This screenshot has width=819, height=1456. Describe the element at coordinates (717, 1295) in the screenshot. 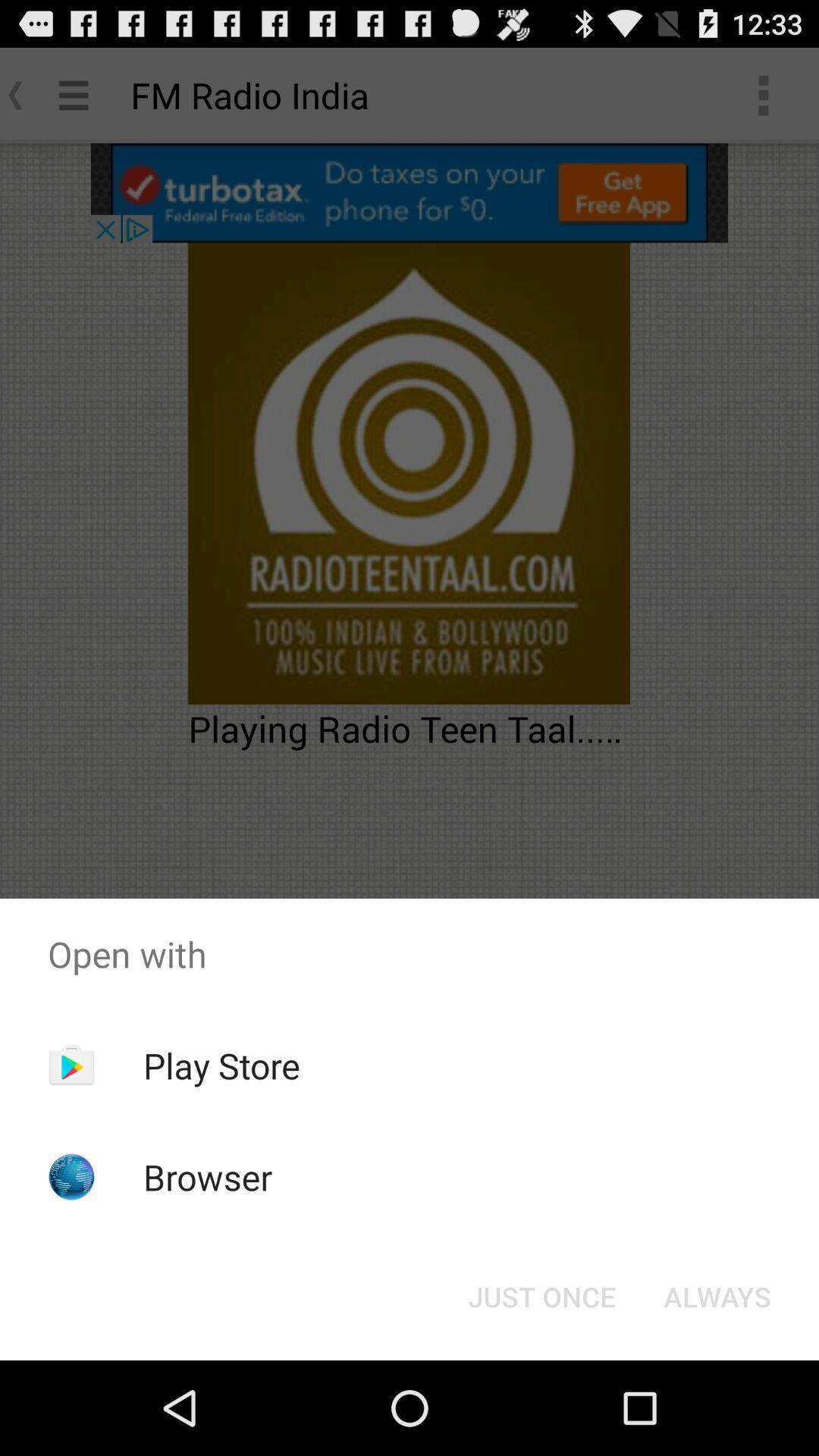

I see `the icon to the right of just once item` at that location.